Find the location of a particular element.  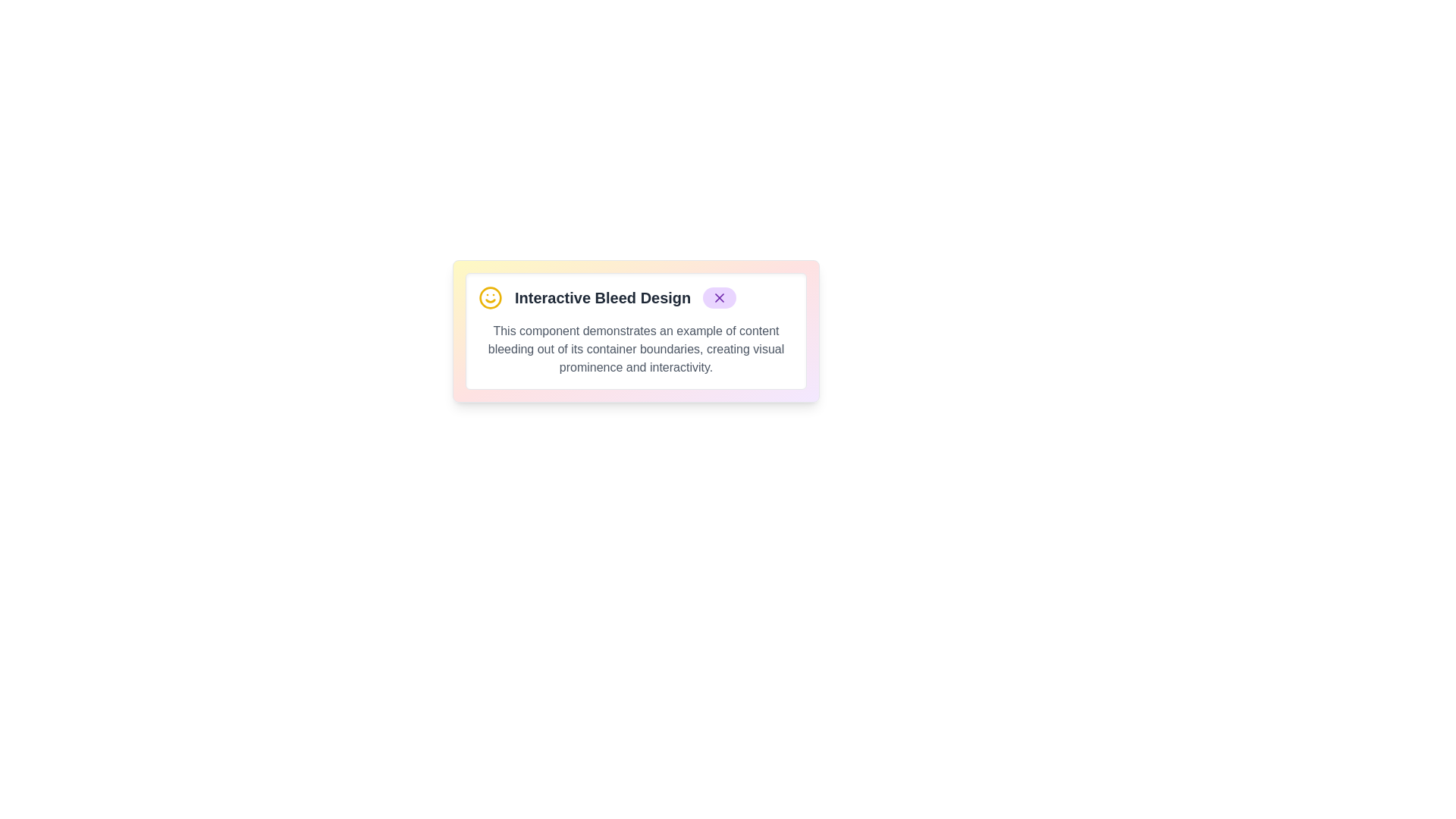

title text from the Card Header Section located at the top of the card, which includes a title and a close action button is located at coordinates (636, 298).